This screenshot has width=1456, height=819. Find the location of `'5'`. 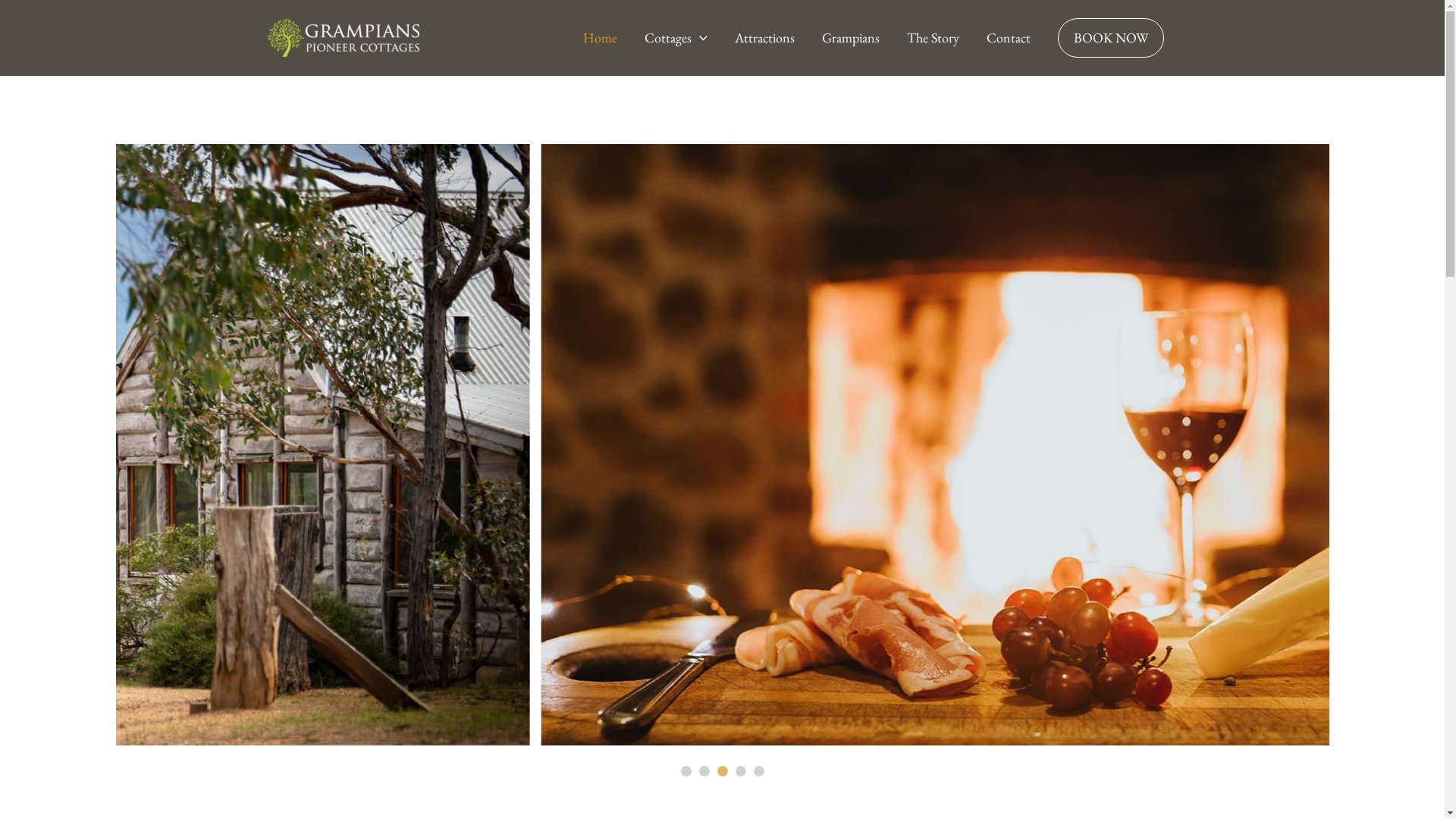

'5' is located at coordinates (758, 772).